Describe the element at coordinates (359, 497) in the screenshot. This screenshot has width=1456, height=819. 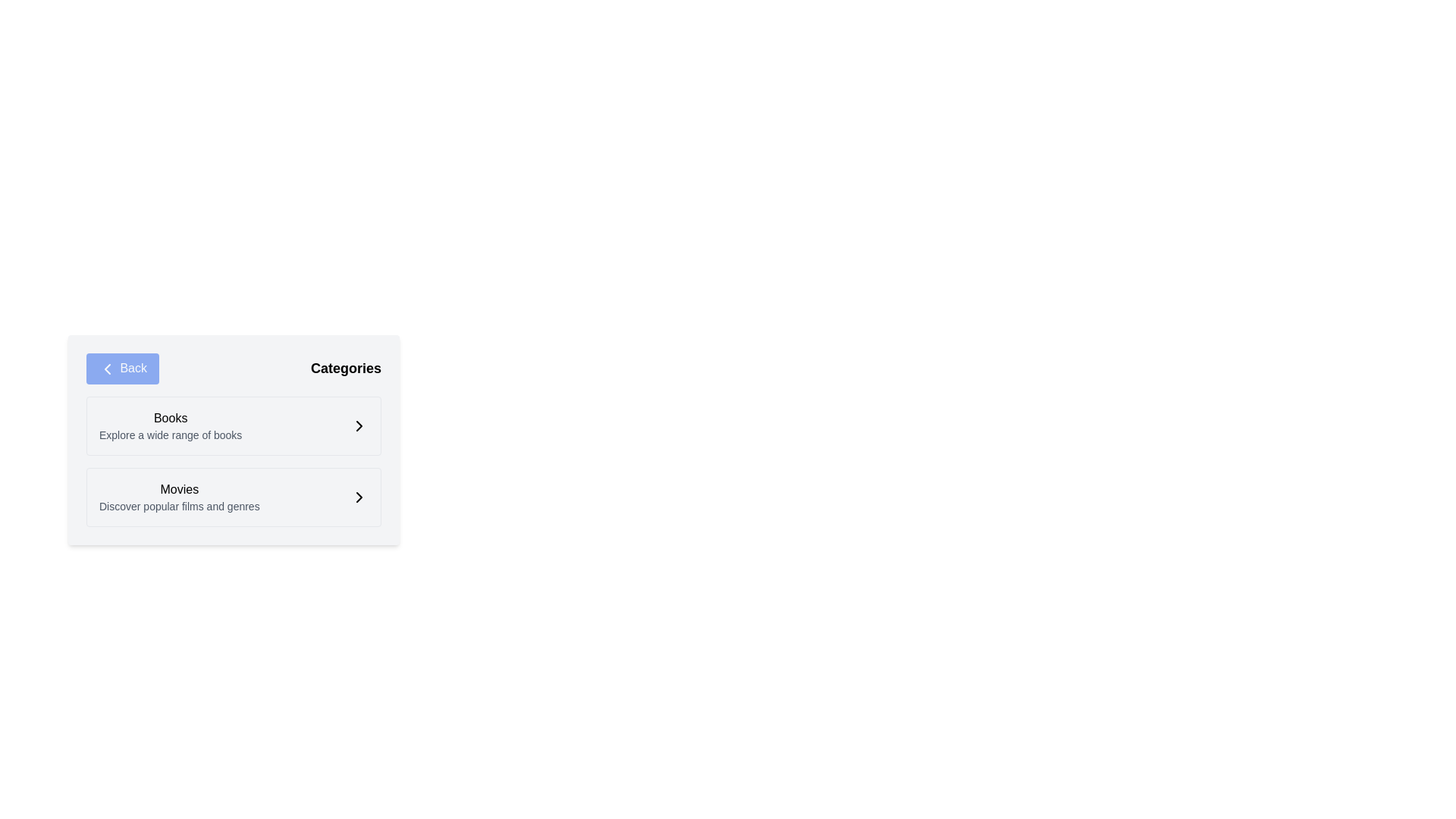
I see `the Icon button (arrow) located in the second row of the content section under 'Categories'` at that location.